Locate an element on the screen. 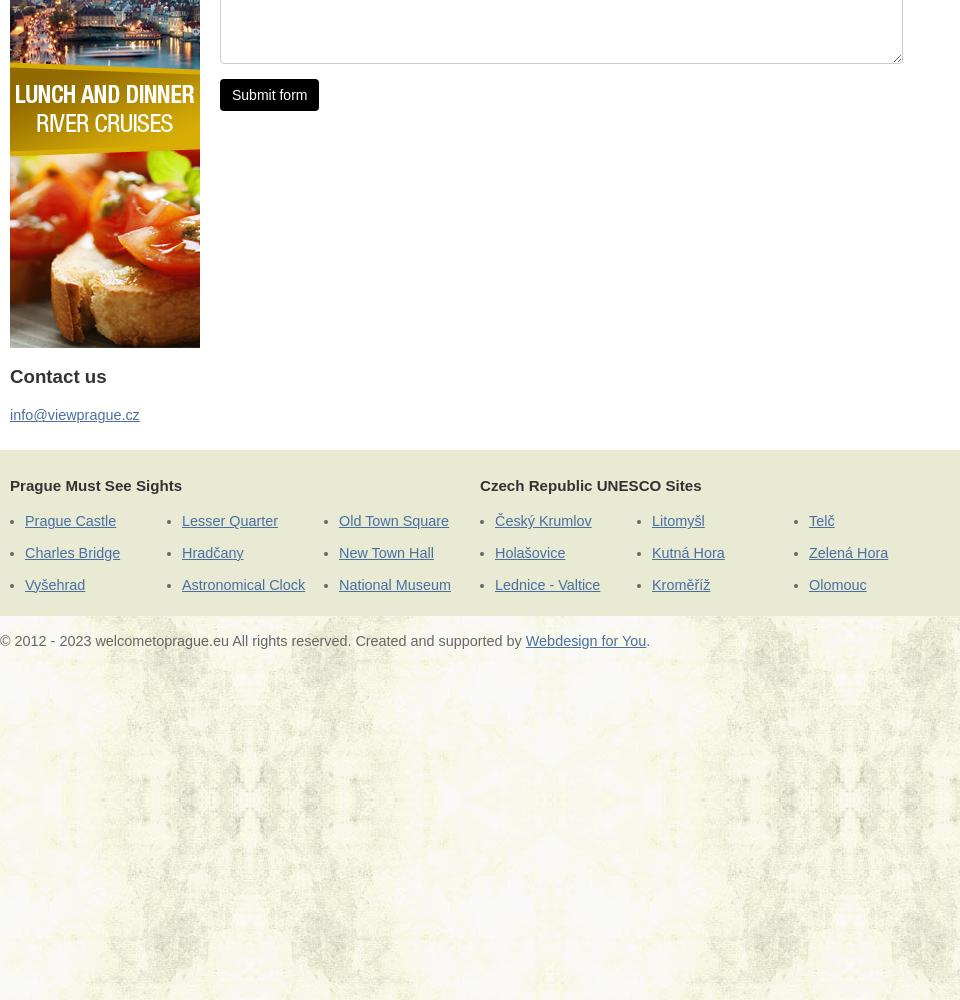  'Vyšehrad' is located at coordinates (54, 583).